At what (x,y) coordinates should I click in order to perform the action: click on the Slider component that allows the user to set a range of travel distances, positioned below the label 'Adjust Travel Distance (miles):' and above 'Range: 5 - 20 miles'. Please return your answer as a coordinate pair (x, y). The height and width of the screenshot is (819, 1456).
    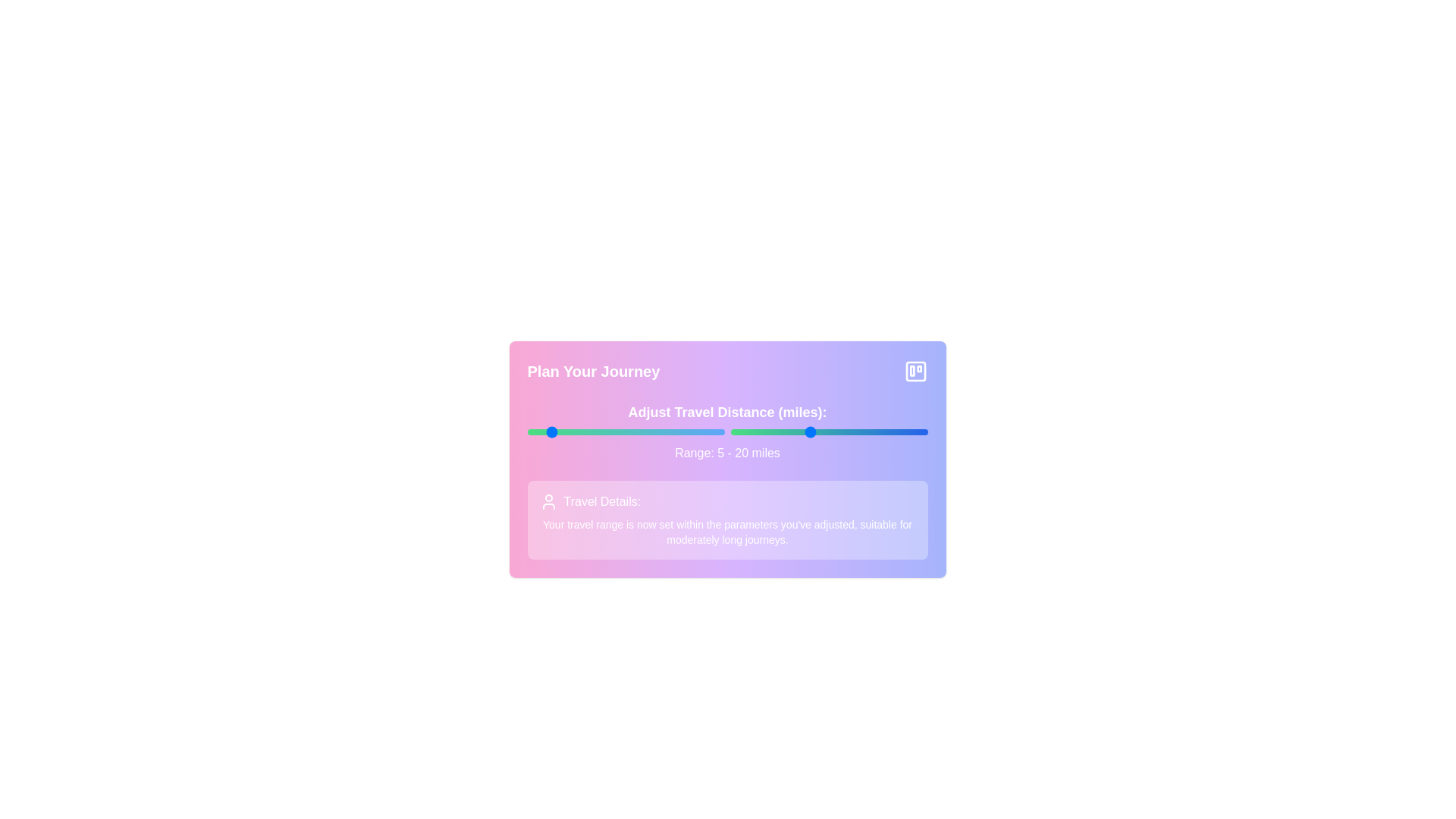
    Looking at the image, I should click on (726, 432).